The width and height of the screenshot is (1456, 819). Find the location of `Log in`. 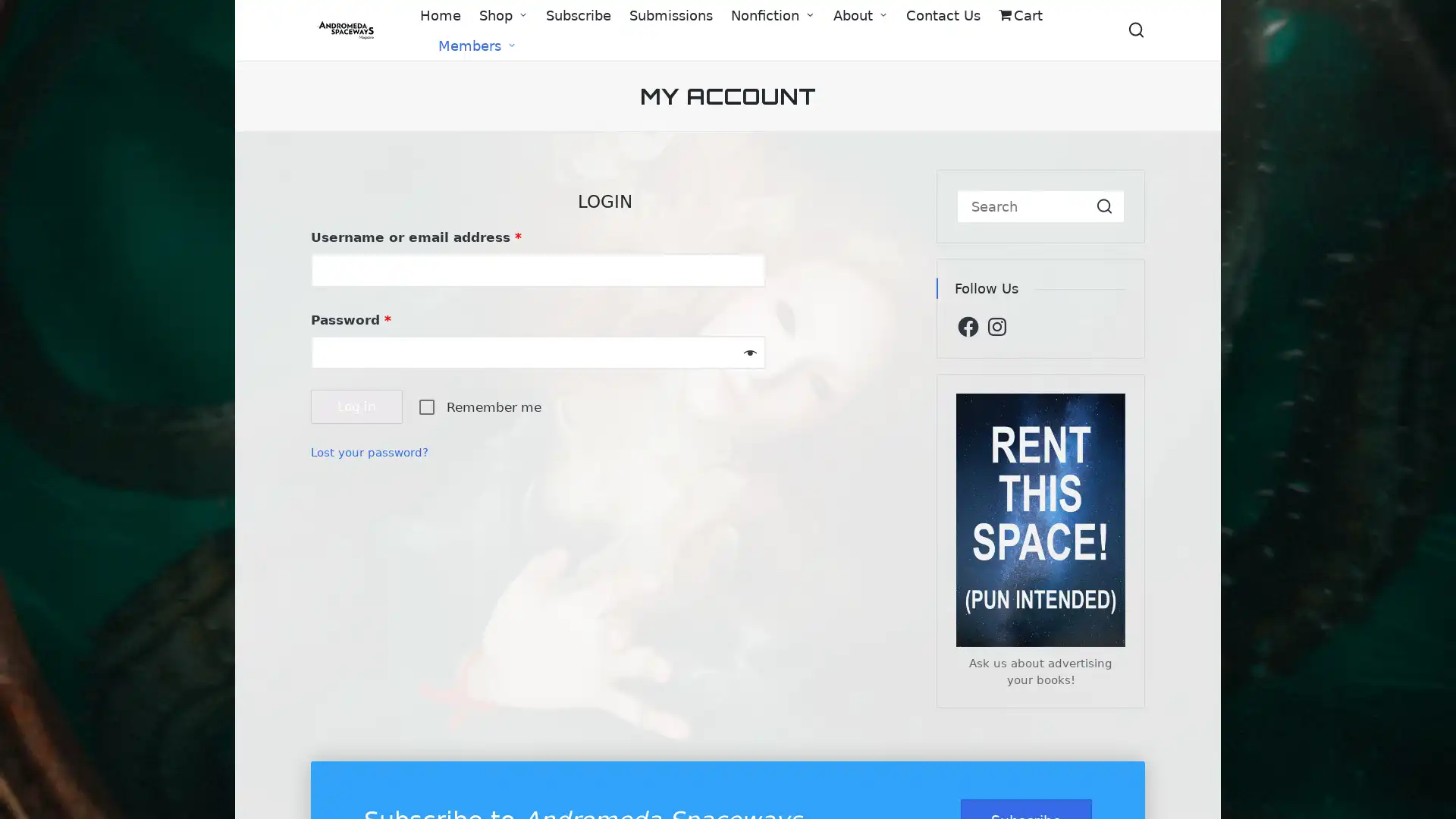

Log in is located at coordinates (356, 406).